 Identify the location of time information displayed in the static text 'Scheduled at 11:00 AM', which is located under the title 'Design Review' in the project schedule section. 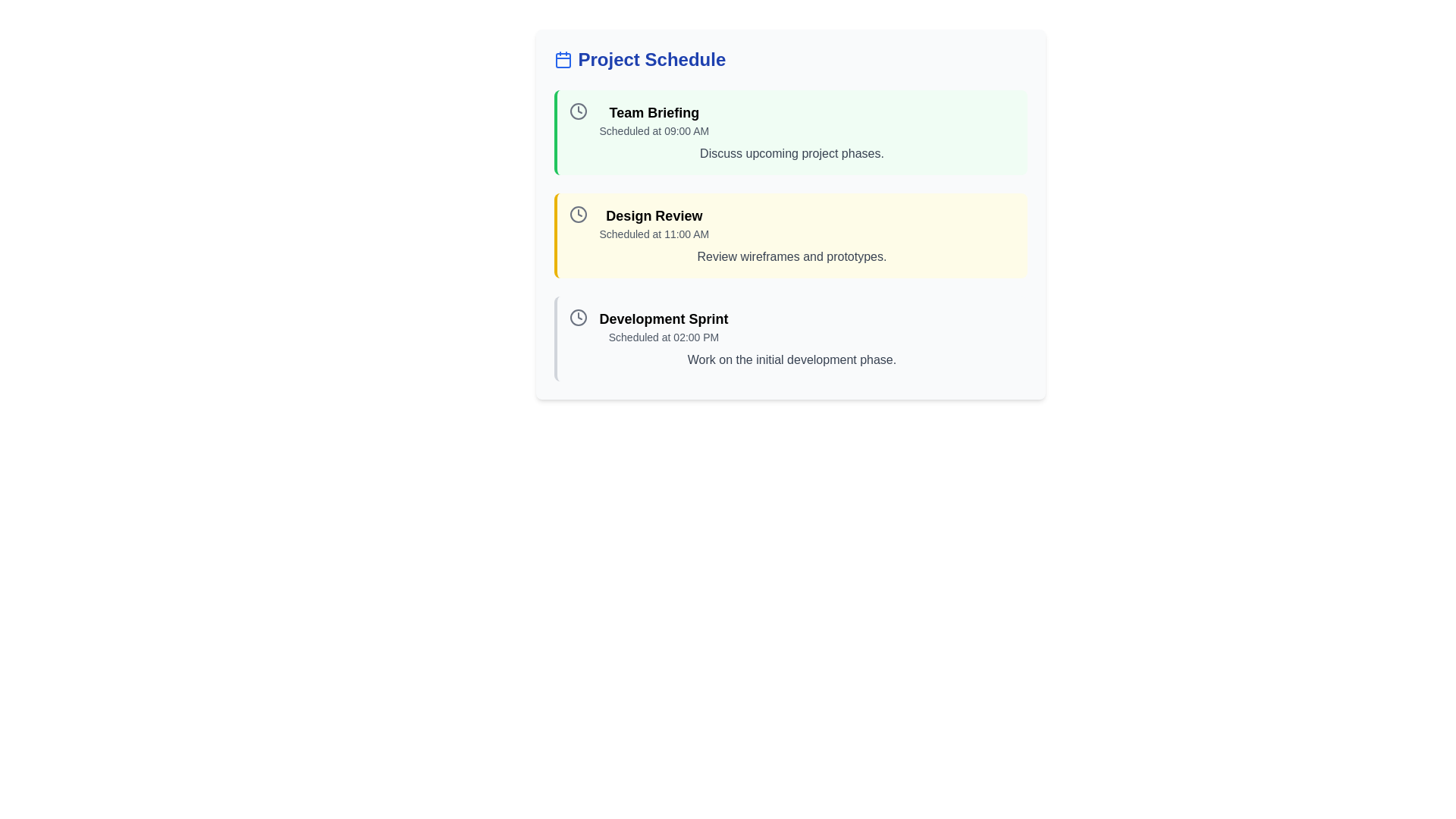
(654, 234).